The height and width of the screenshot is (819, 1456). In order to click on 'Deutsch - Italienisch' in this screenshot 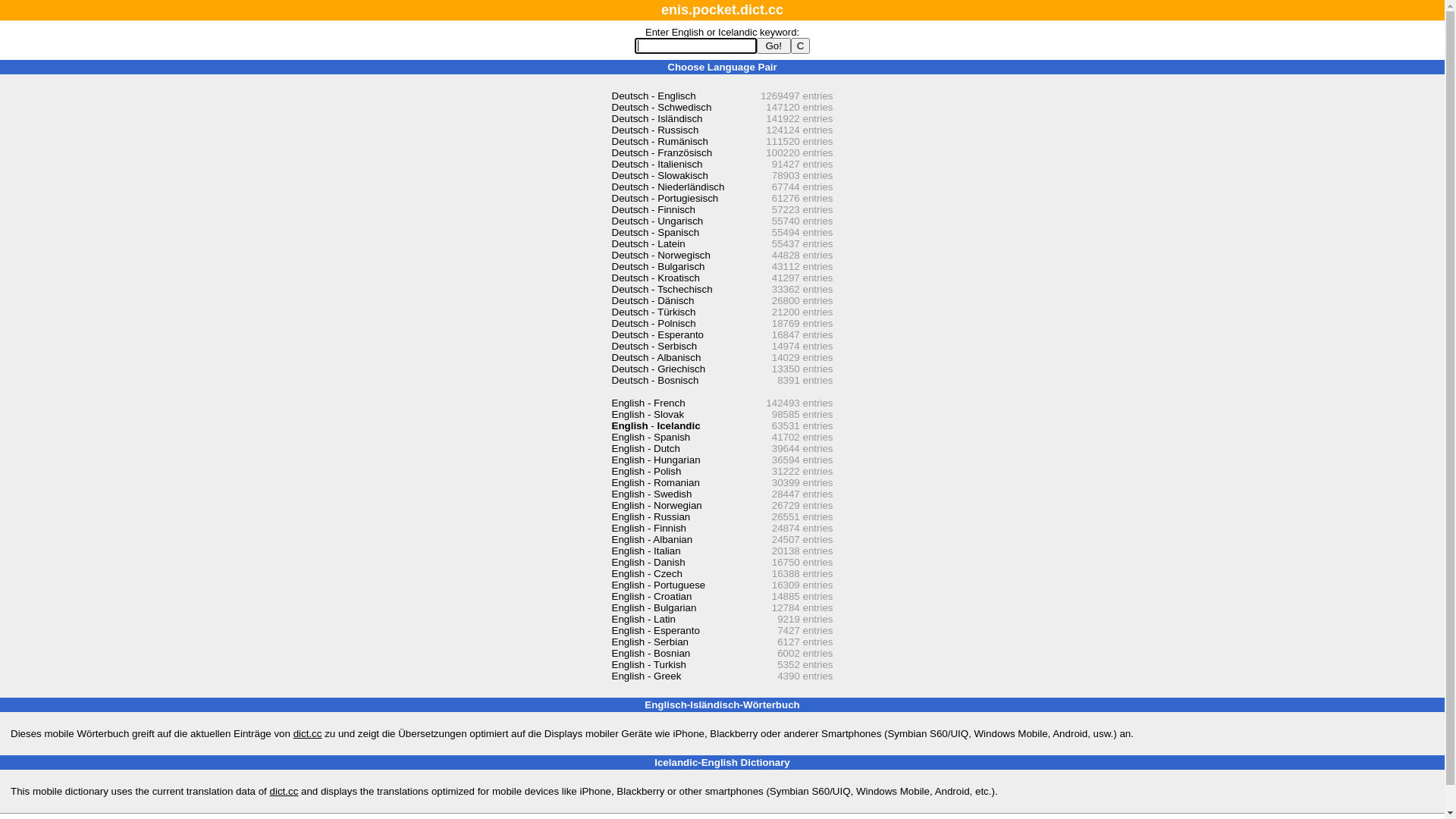, I will do `click(611, 164)`.